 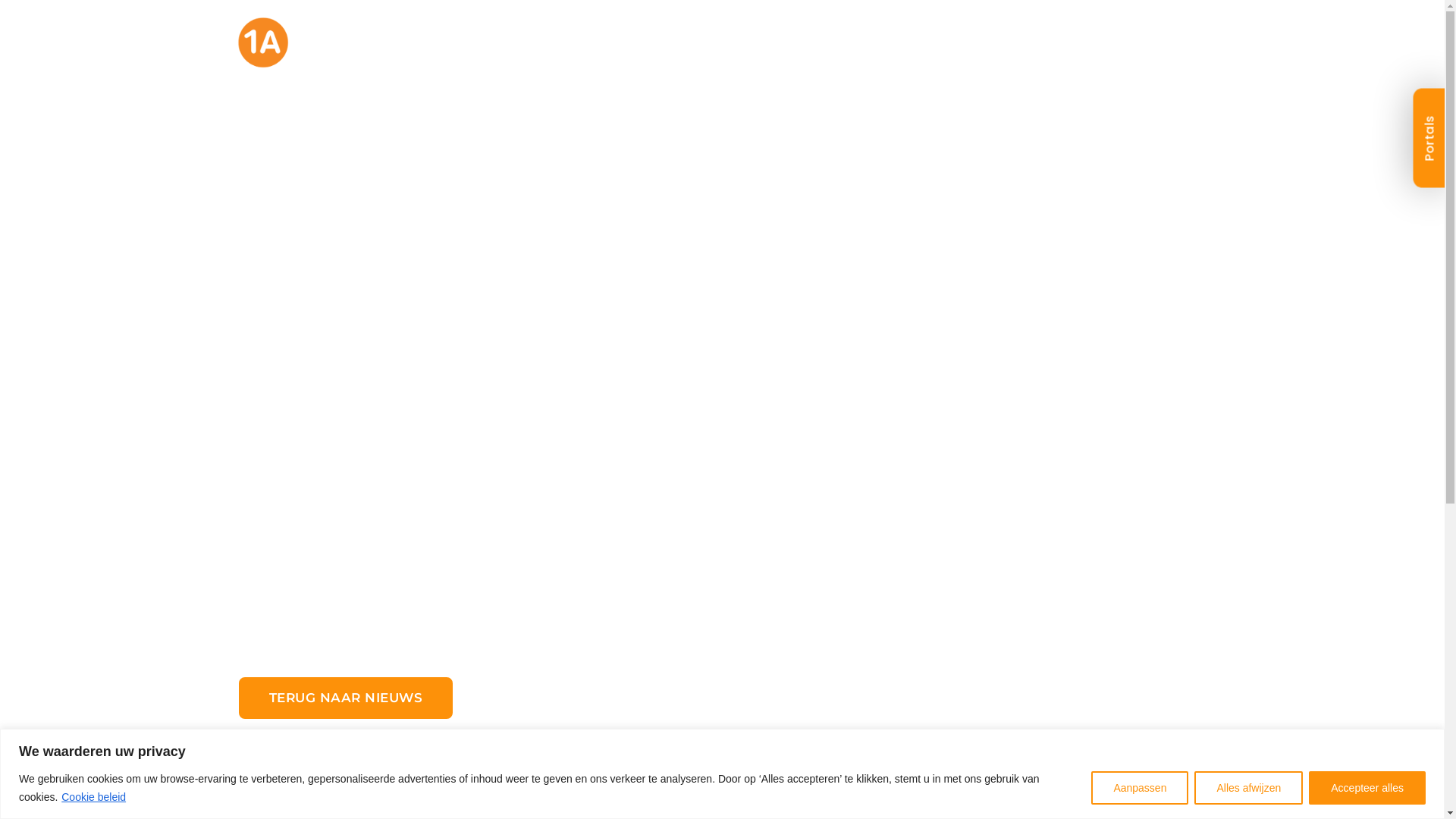 What do you see at coordinates (792, 52) in the screenshot?
I see `'over ons'` at bounding box center [792, 52].